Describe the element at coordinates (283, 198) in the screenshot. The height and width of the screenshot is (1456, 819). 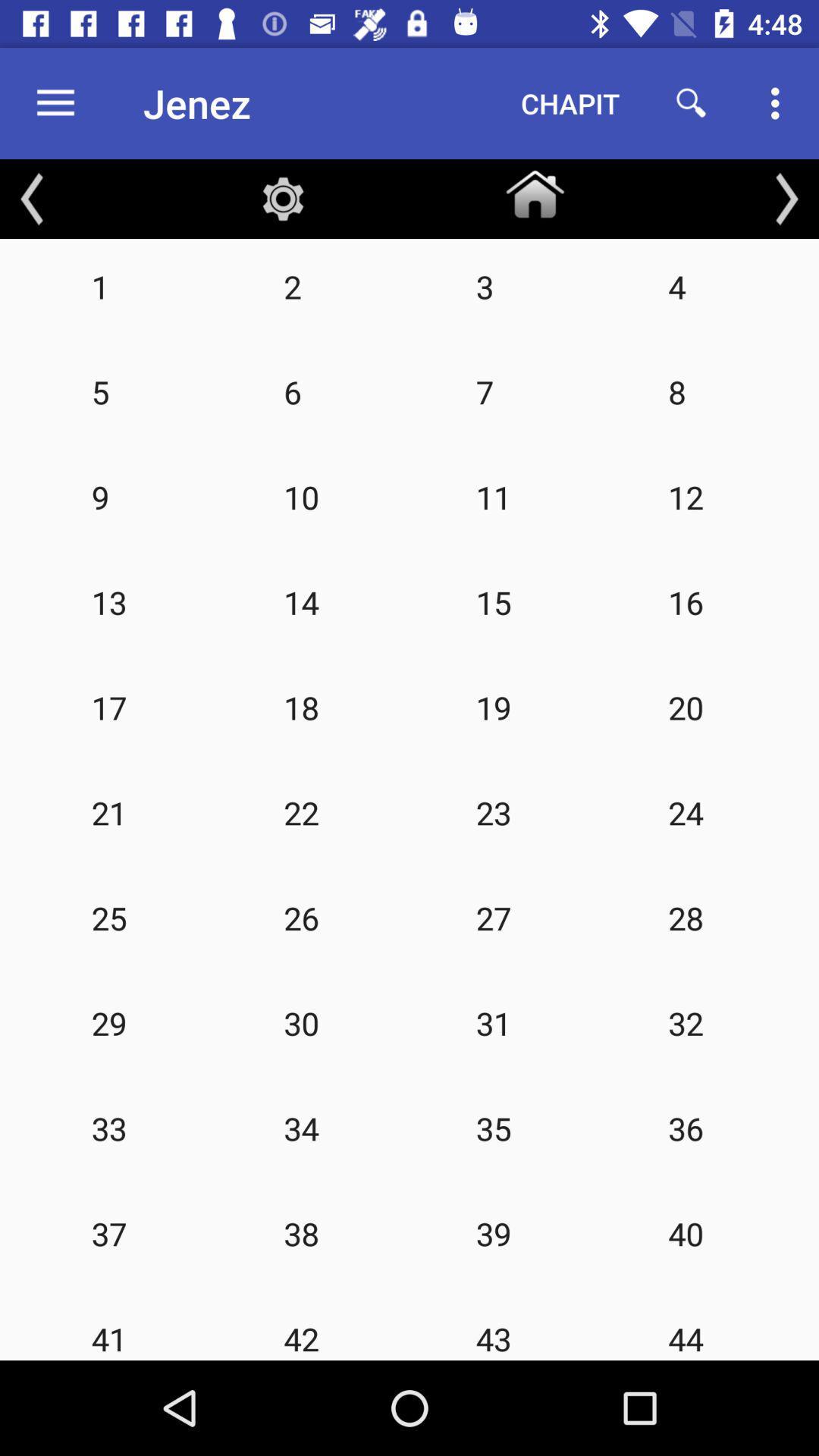
I see `the item above 2 icon` at that location.